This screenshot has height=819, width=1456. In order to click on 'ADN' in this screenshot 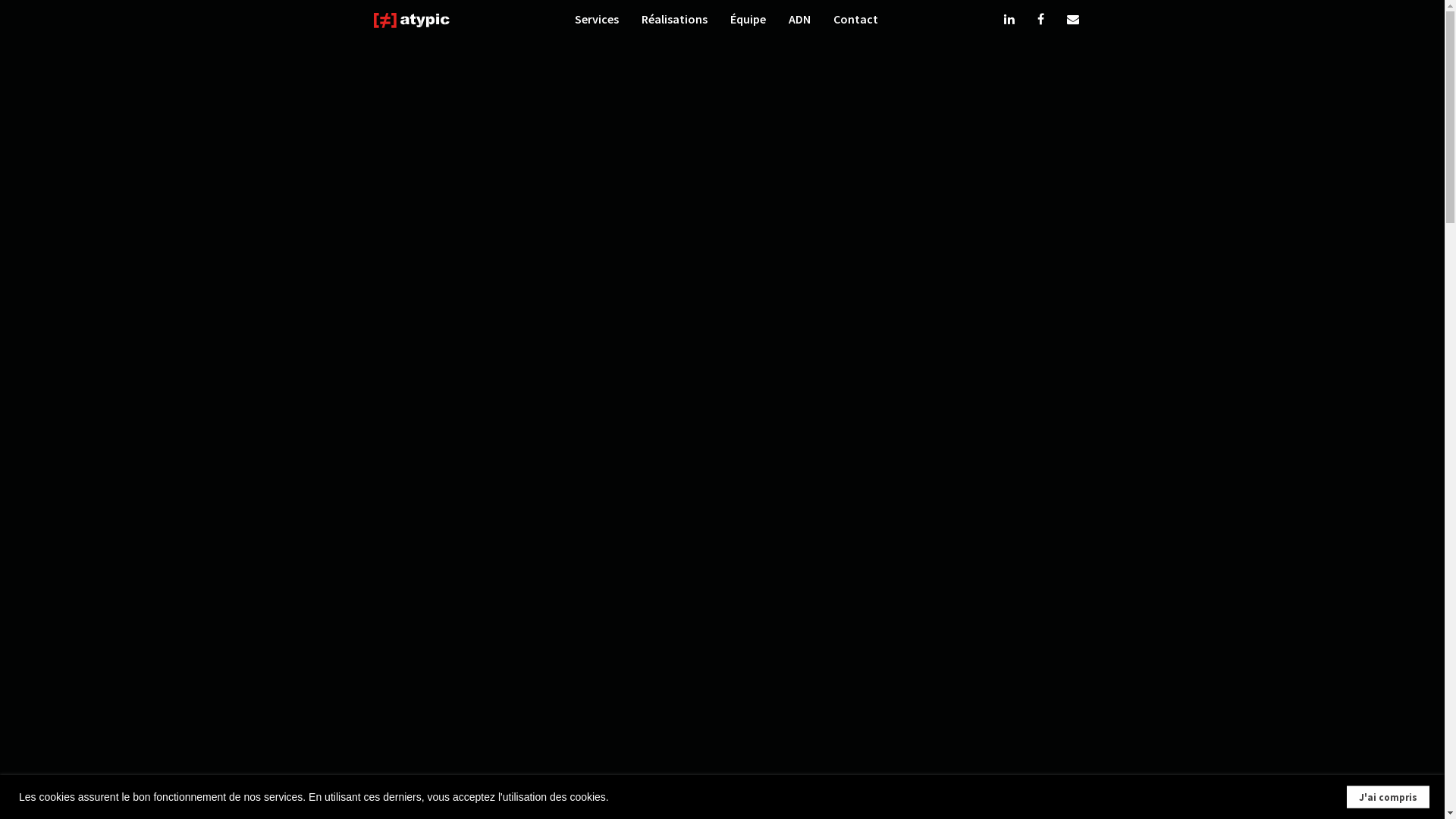, I will do `click(799, 20)`.